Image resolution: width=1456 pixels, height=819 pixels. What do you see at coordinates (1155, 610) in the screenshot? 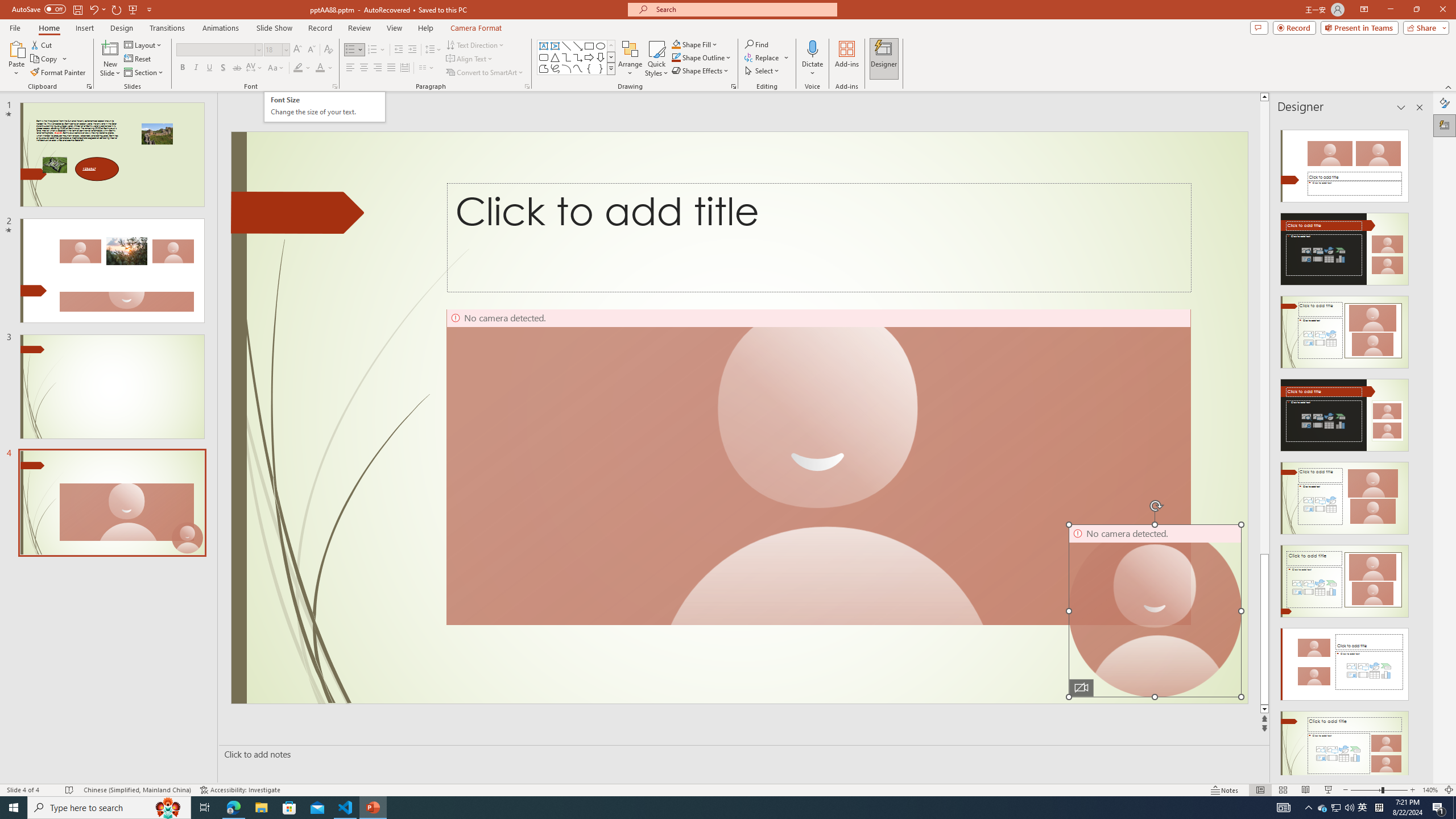
I see `'Camera 4, No camera detected.'` at bounding box center [1155, 610].